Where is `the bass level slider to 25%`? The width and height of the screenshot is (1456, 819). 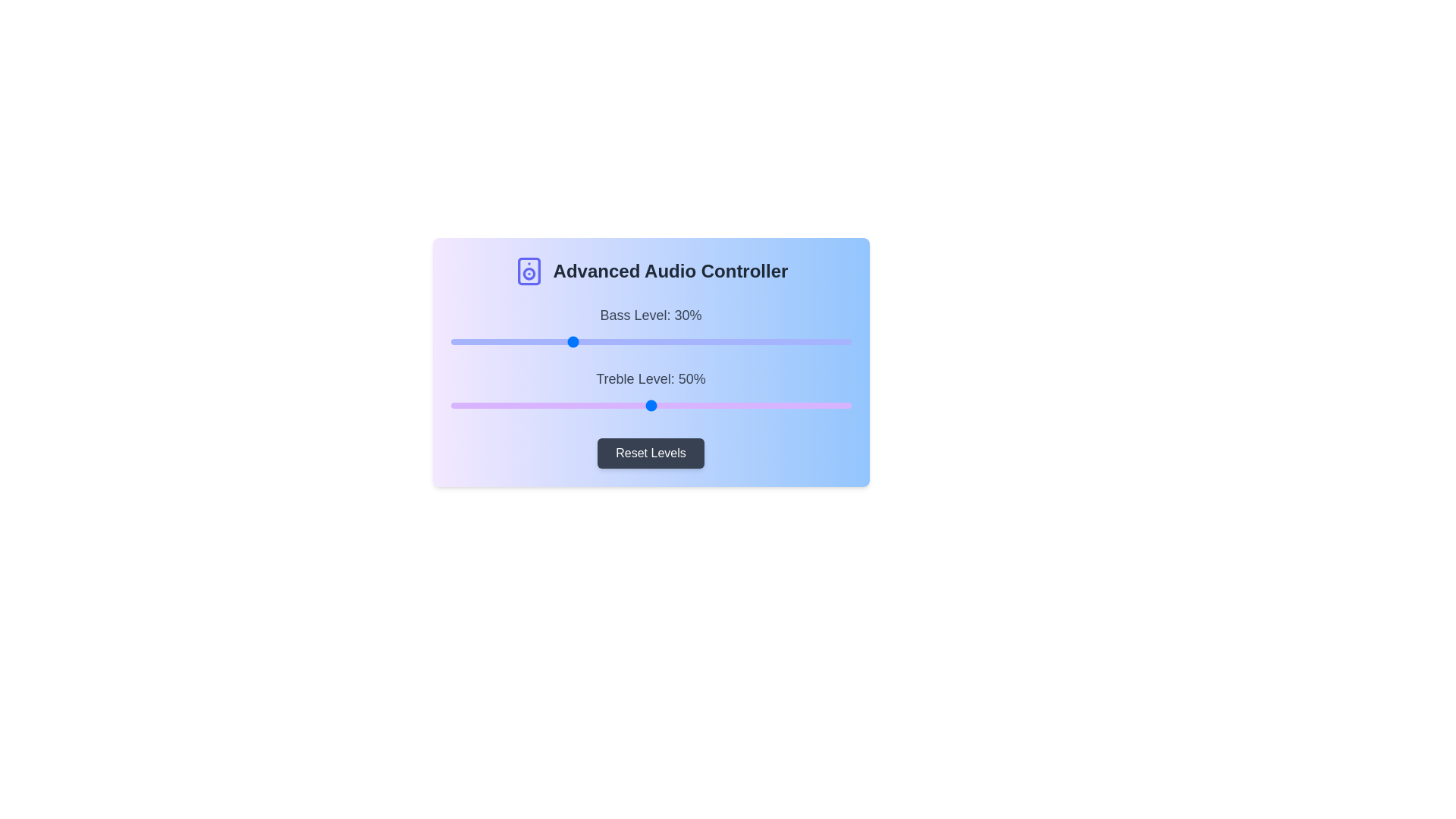
the bass level slider to 25% is located at coordinates (550, 342).